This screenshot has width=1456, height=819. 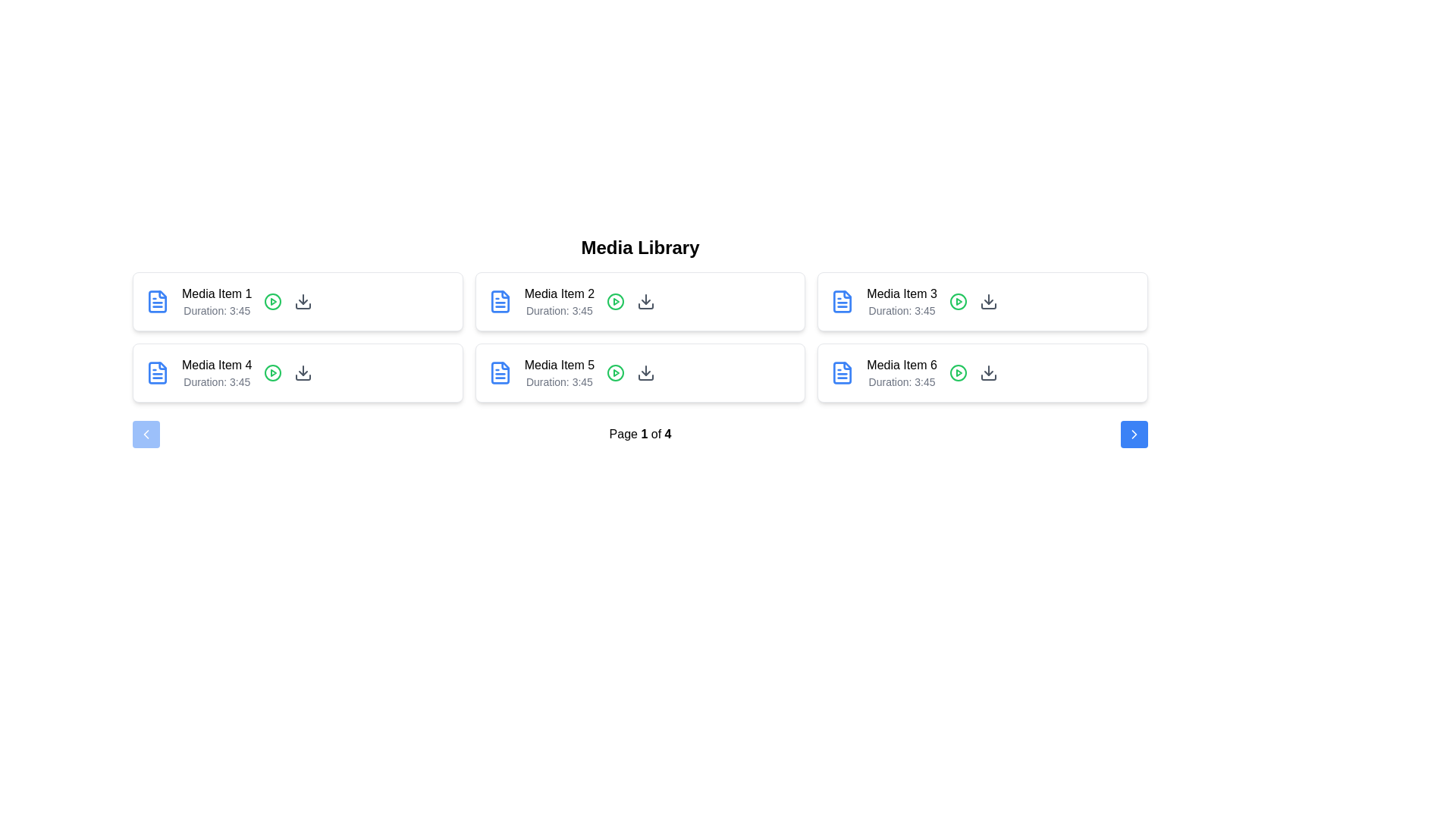 I want to click on the play button on the Media card located in the first row, second column of the grid layout, so click(x=640, y=301).